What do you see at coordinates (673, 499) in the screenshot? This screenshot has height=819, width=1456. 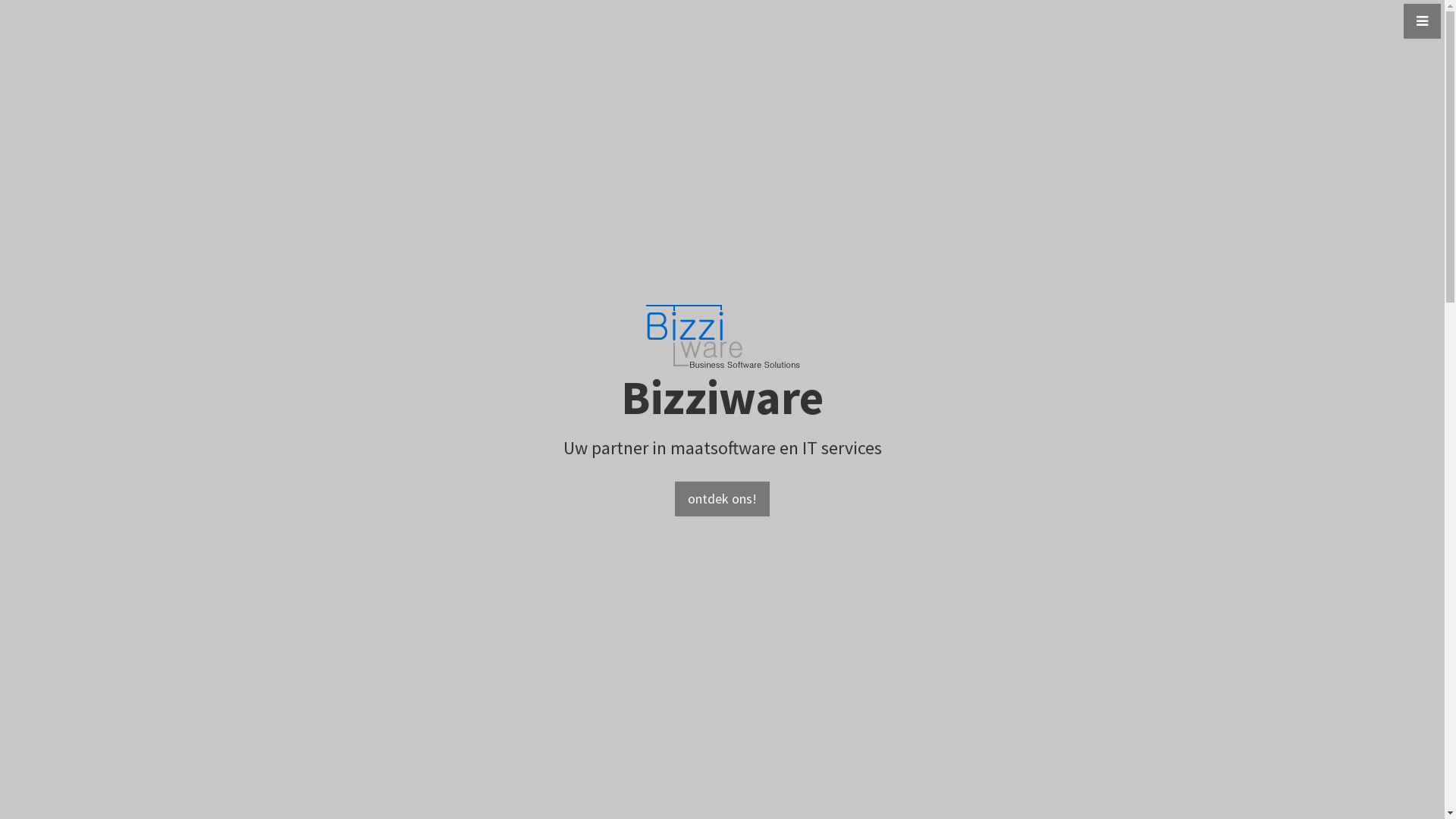 I see `'ontdek ons!'` at bounding box center [673, 499].